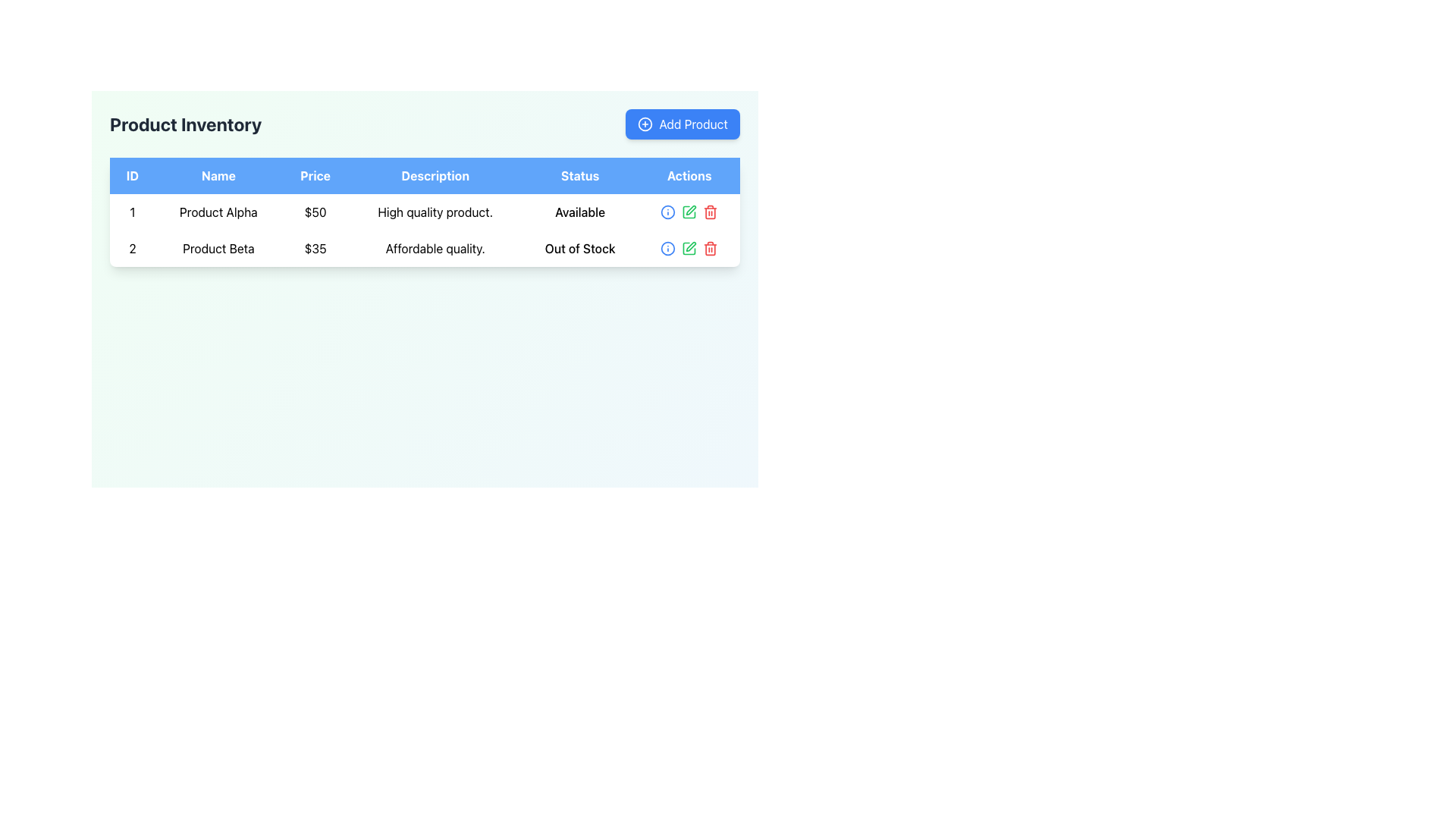  I want to click on the Text Label displaying the availability status of 'Product Alpha' in the 'Status' column of the product inventory table, located between 'High quality product.' and the 'Actions' column, so click(579, 212).